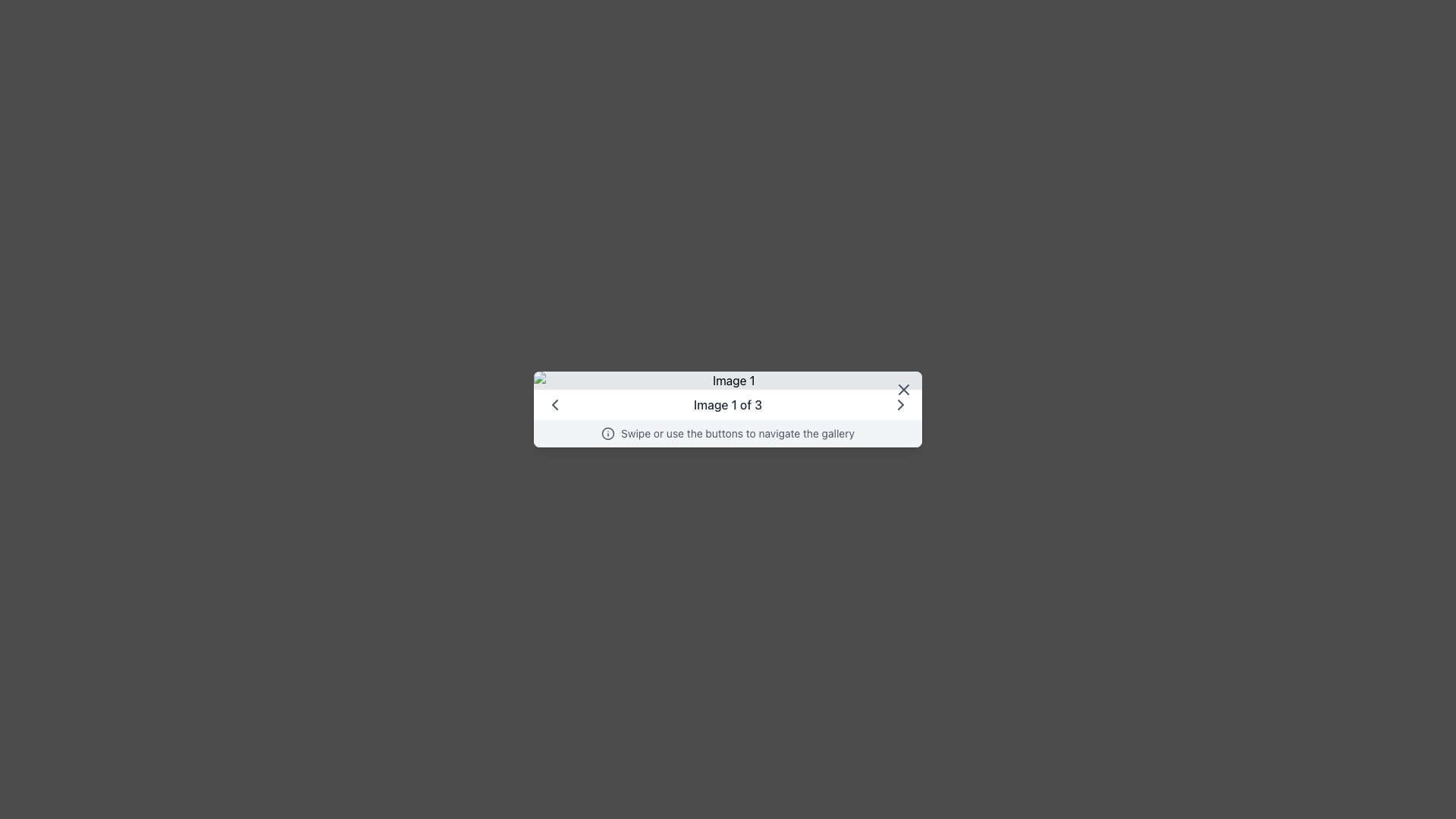 The image size is (1456, 819). What do you see at coordinates (901, 403) in the screenshot?
I see `the chevron icon located on the far-right side of the dialog header, which serves as a navigational button to move rightwards in a gallery, menu, or list interface` at bounding box center [901, 403].